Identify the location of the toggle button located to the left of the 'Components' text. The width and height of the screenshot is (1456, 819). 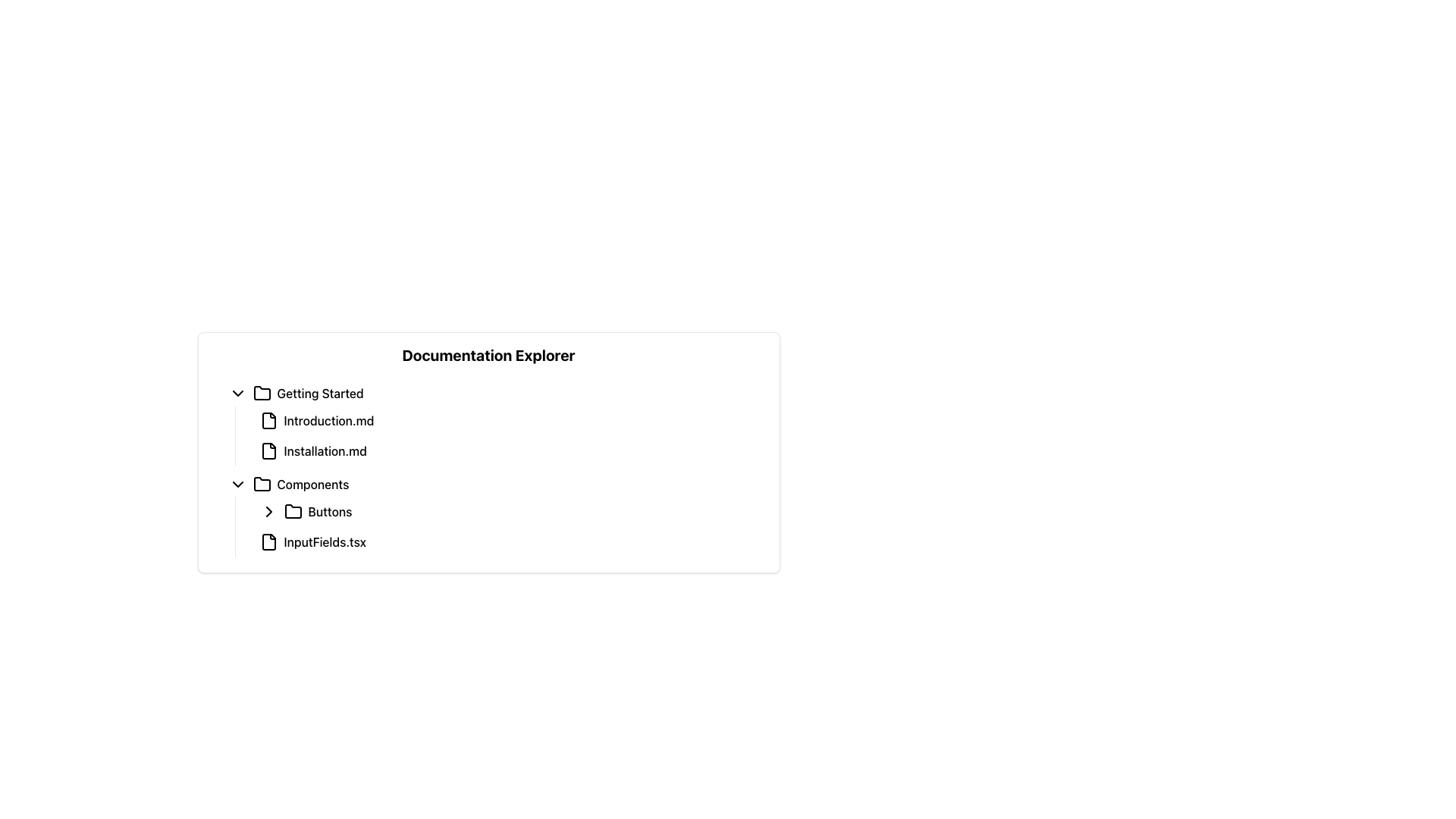
(237, 485).